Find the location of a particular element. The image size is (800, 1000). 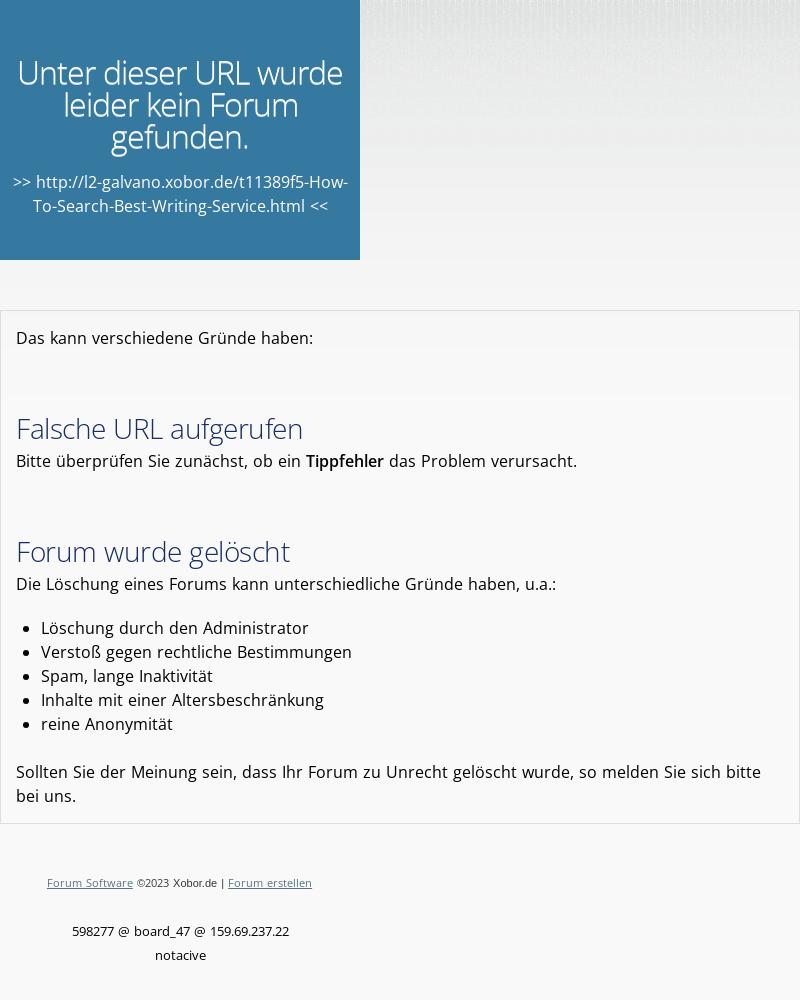

'Forum erstellen' is located at coordinates (270, 882).